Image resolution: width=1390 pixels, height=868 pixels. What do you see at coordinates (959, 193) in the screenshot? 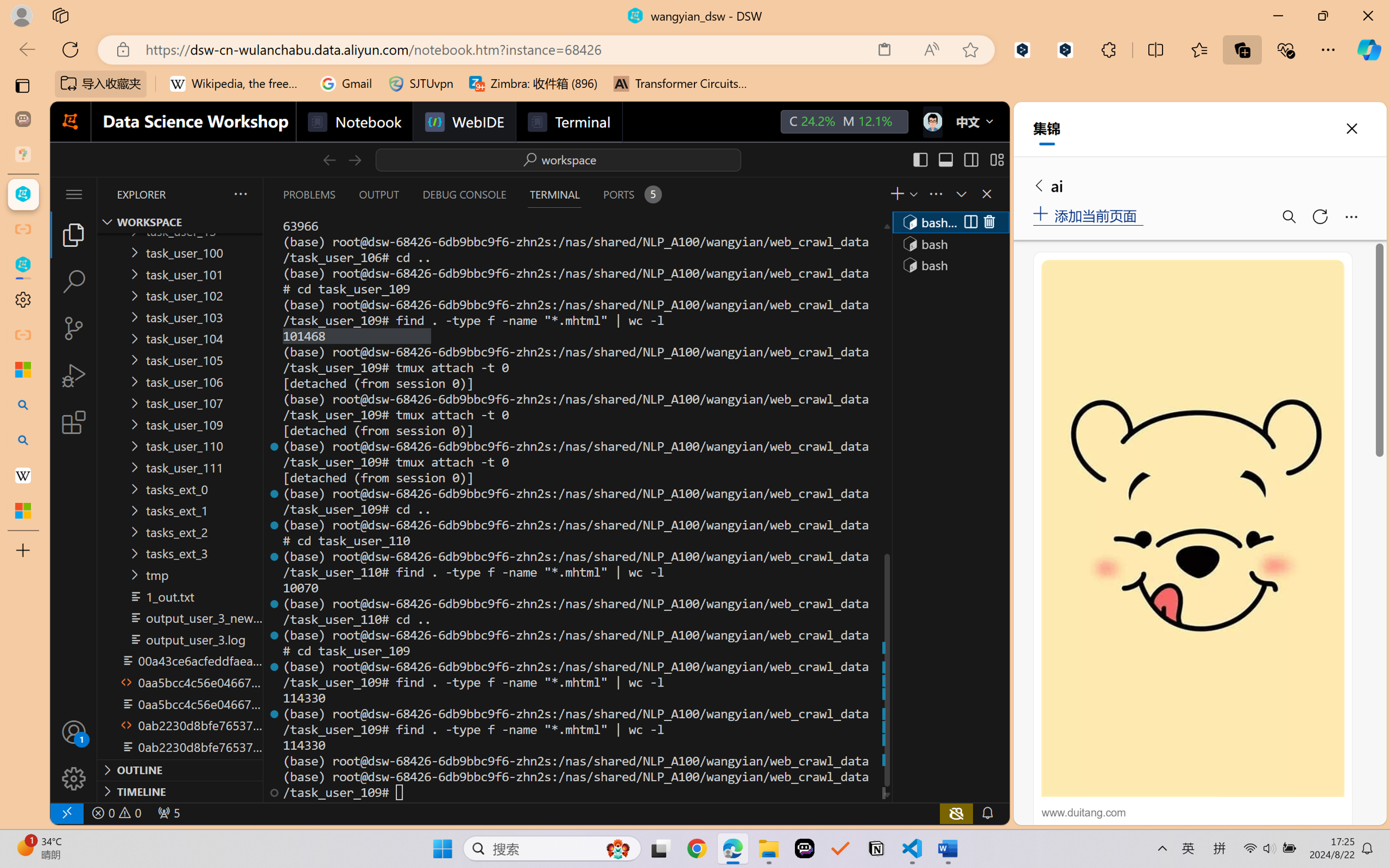
I see `'Restore Panel Size'` at bounding box center [959, 193].